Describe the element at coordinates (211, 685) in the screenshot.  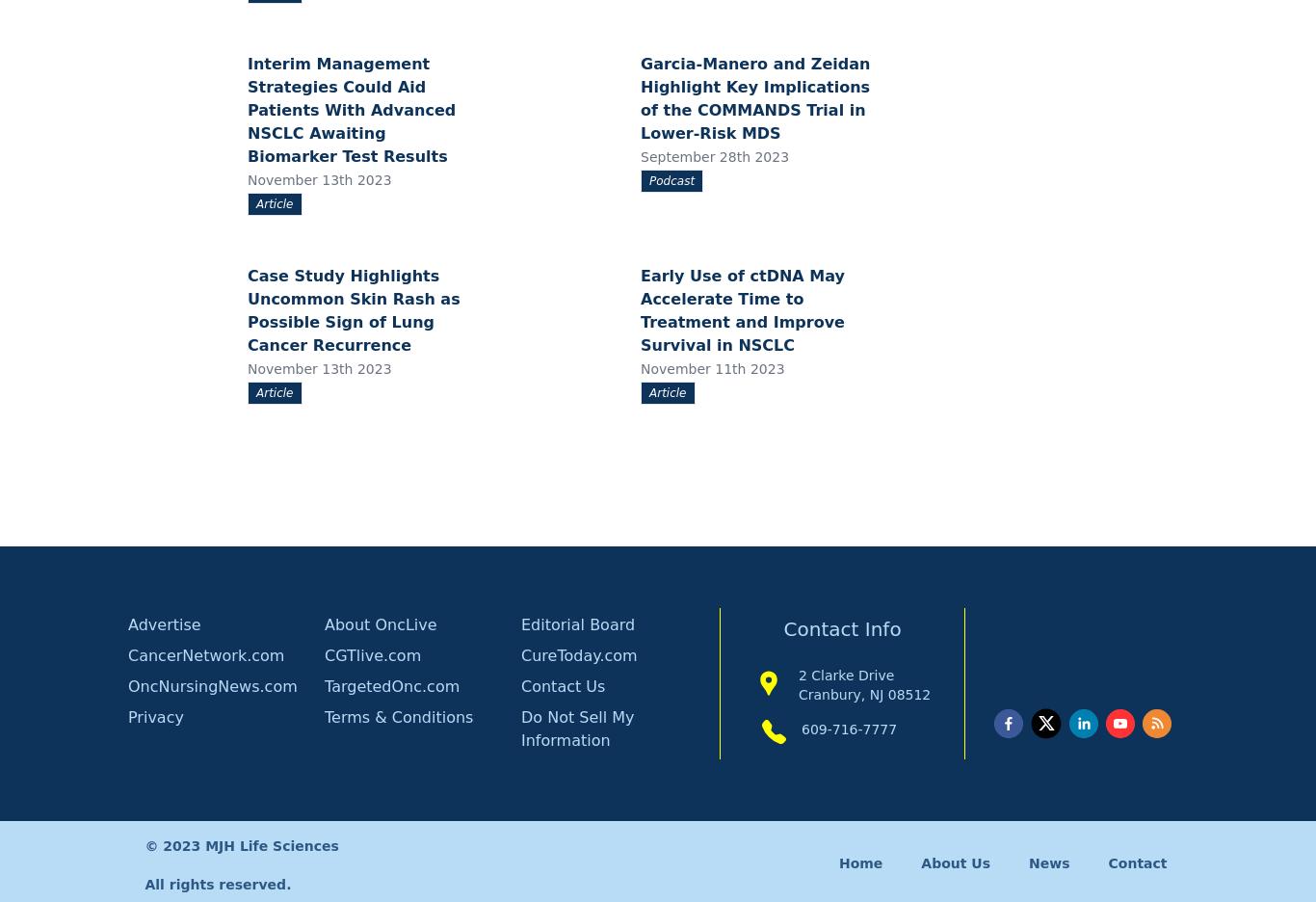
I see `'OncNursingNews.com'` at that location.